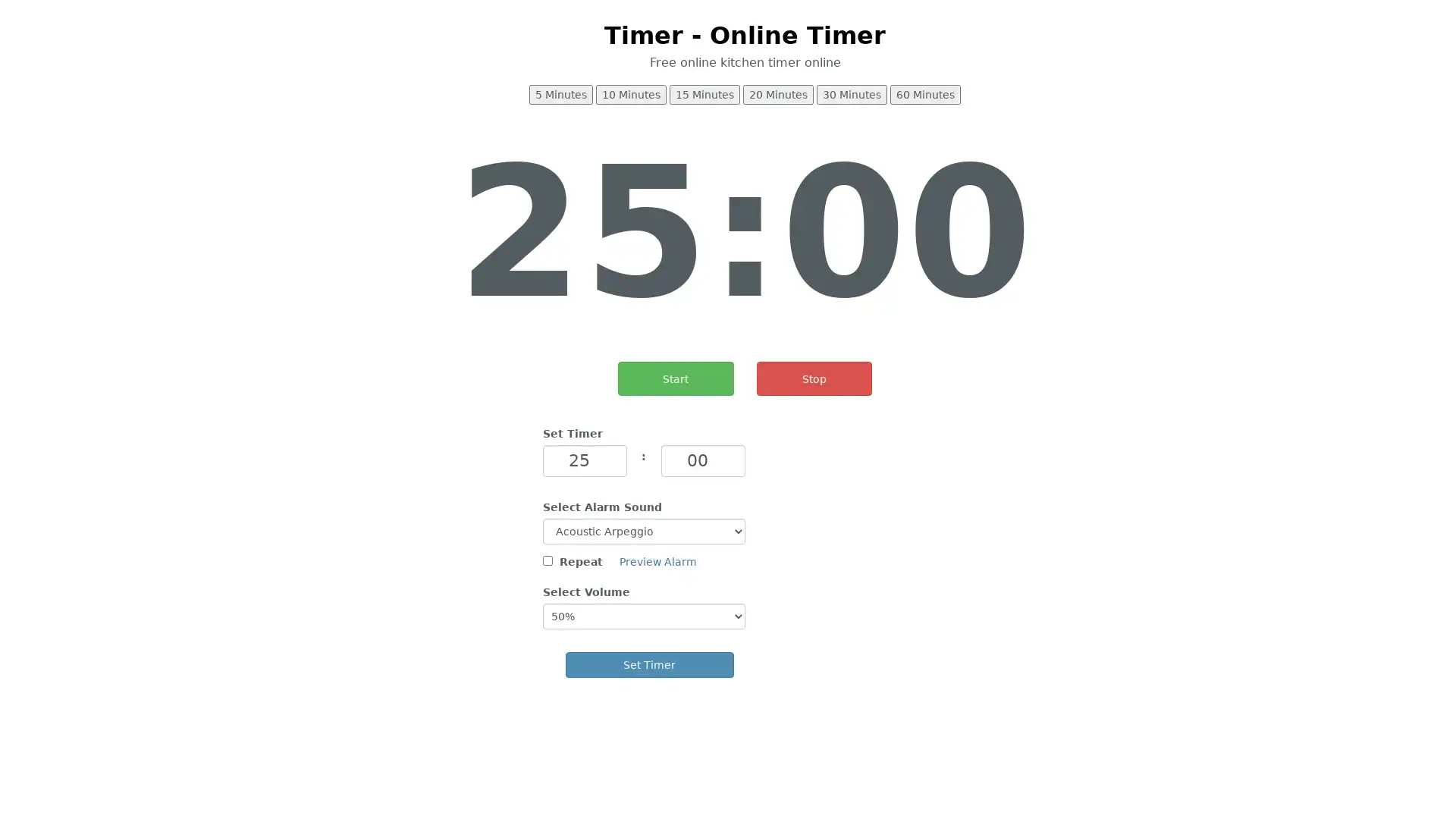 The image size is (1456, 819). Describe the element at coordinates (704, 93) in the screenshot. I see `15 Minutes` at that location.